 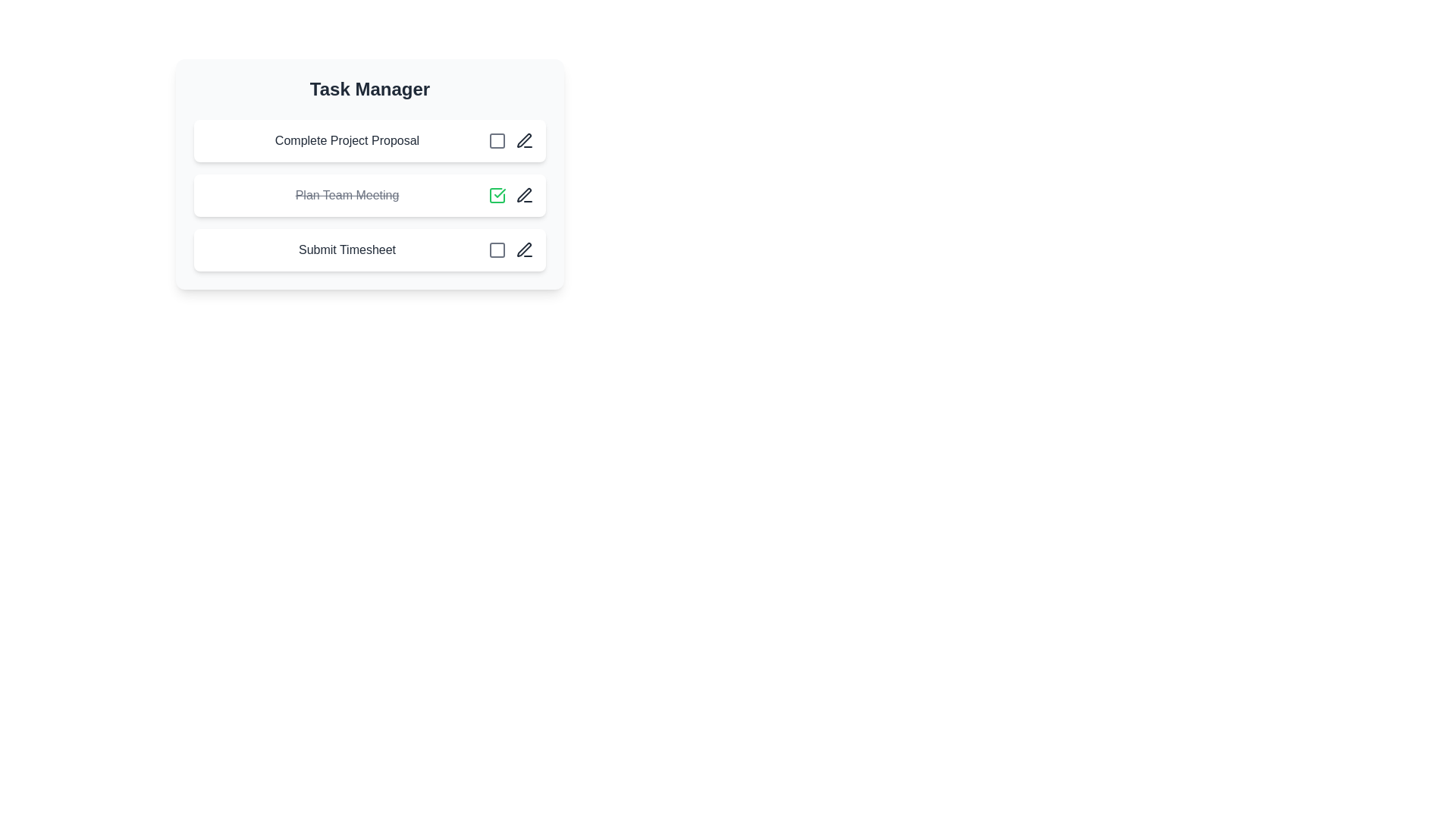 I want to click on the smaller square icon located within the 'Submit Timesheet' task row on the right-hand side, so click(x=497, y=249).